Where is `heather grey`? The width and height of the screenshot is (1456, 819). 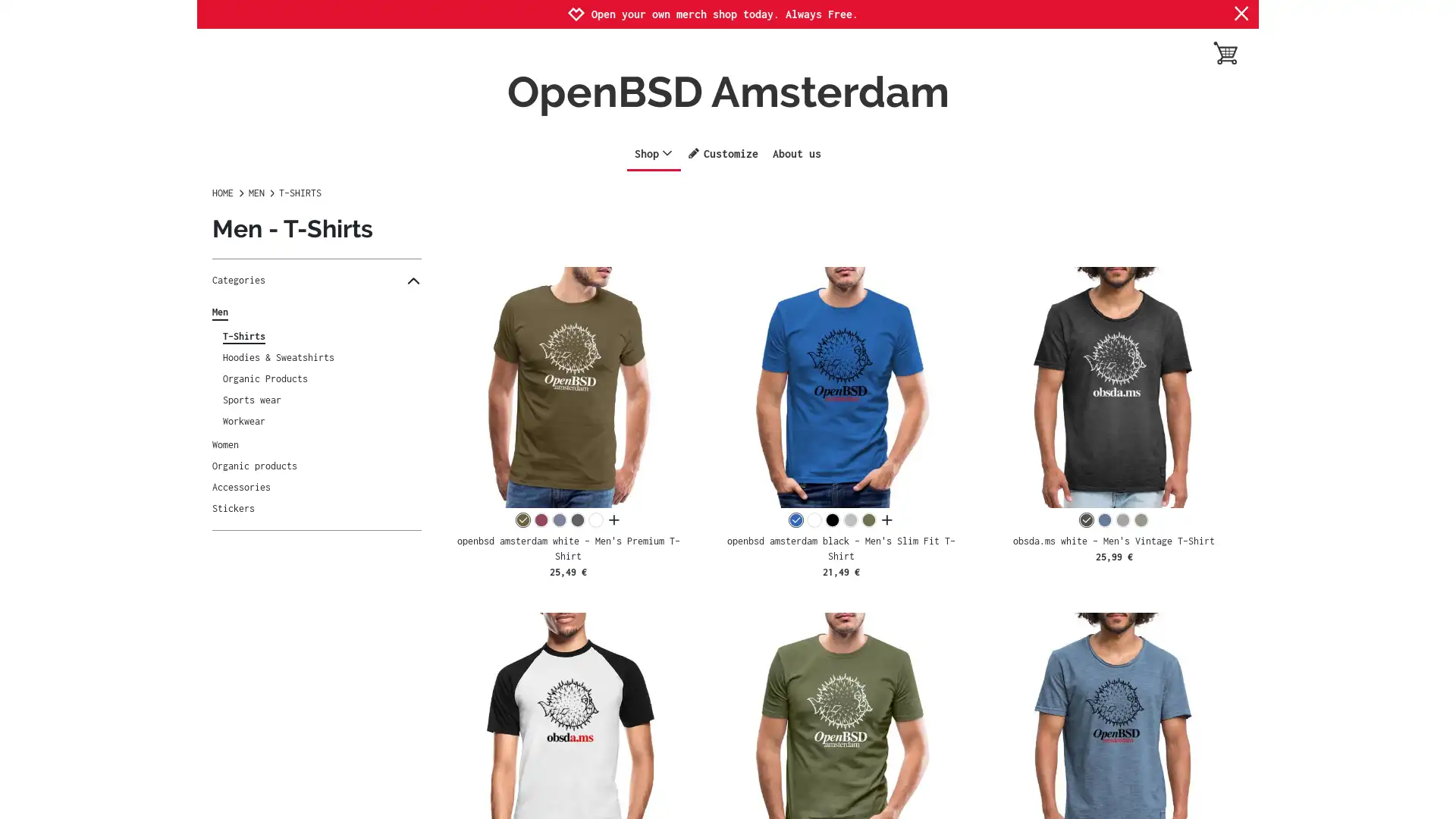 heather grey is located at coordinates (850, 519).